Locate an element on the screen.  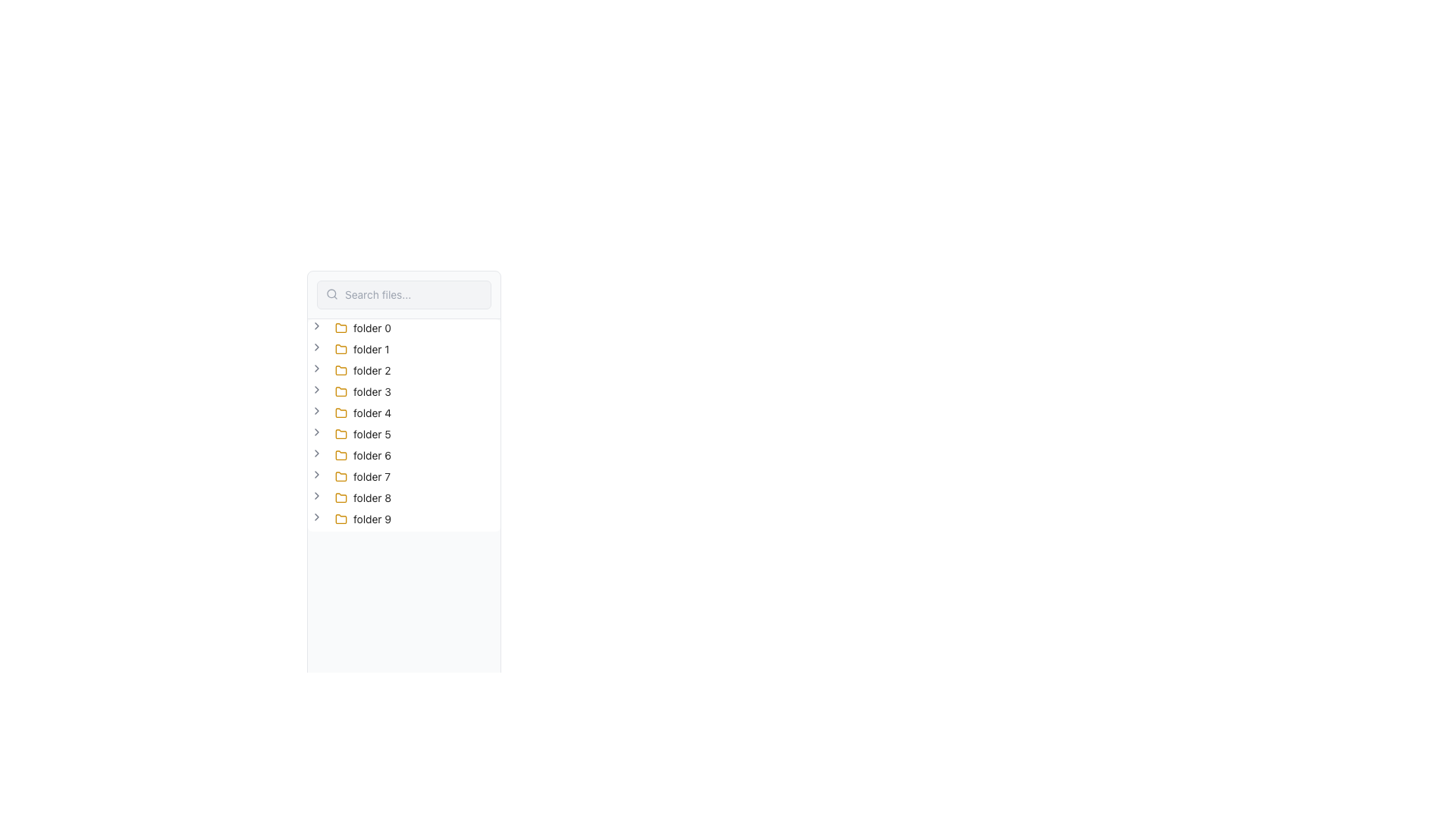
the toggler button for the tree item labeled 'folder 9' is located at coordinates (315, 519).